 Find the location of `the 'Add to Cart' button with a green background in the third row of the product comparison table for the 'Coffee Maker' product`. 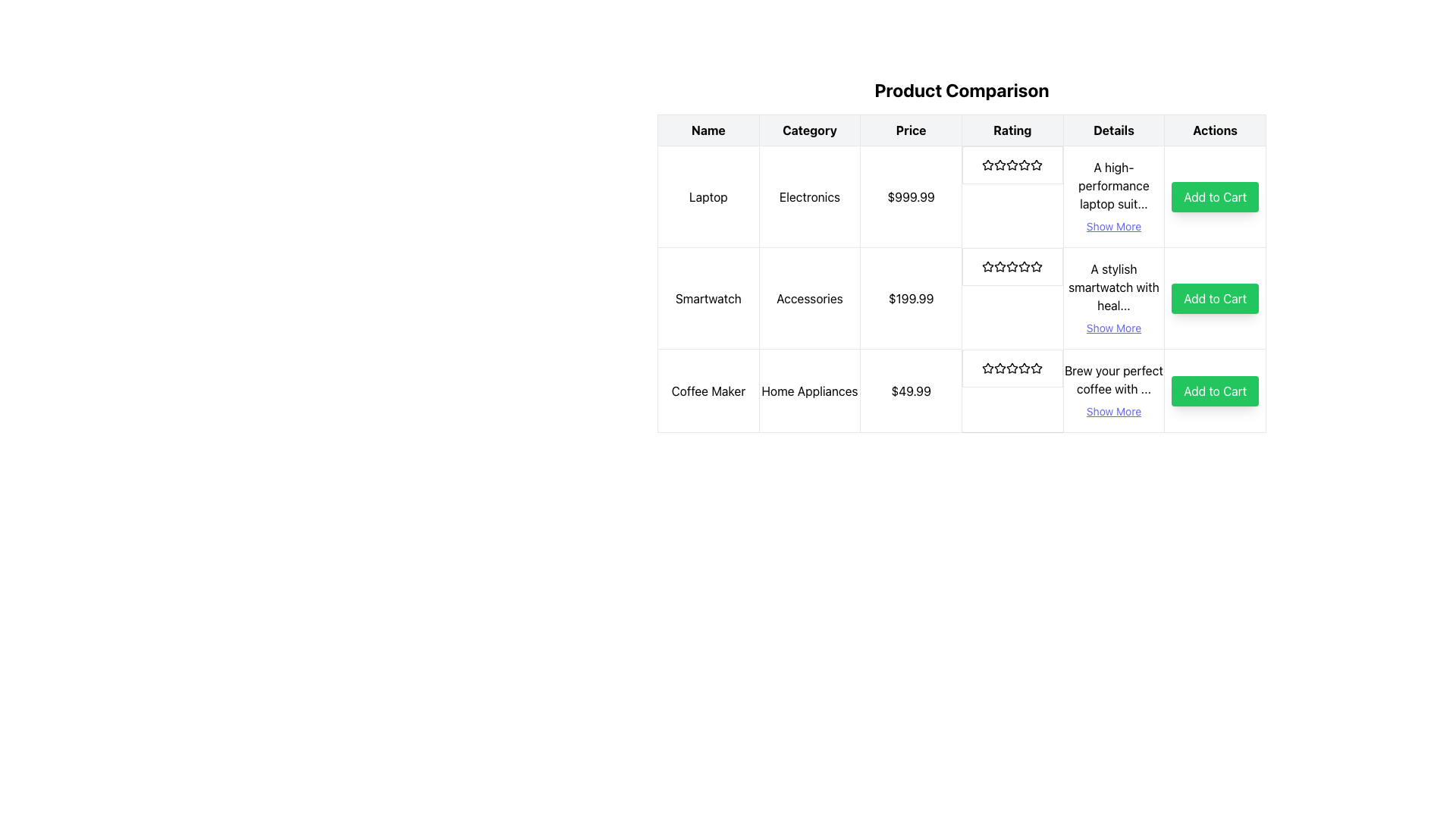

the 'Add to Cart' button with a green background in the third row of the product comparison table for the 'Coffee Maker' product is located at coordinates (1215, 390).